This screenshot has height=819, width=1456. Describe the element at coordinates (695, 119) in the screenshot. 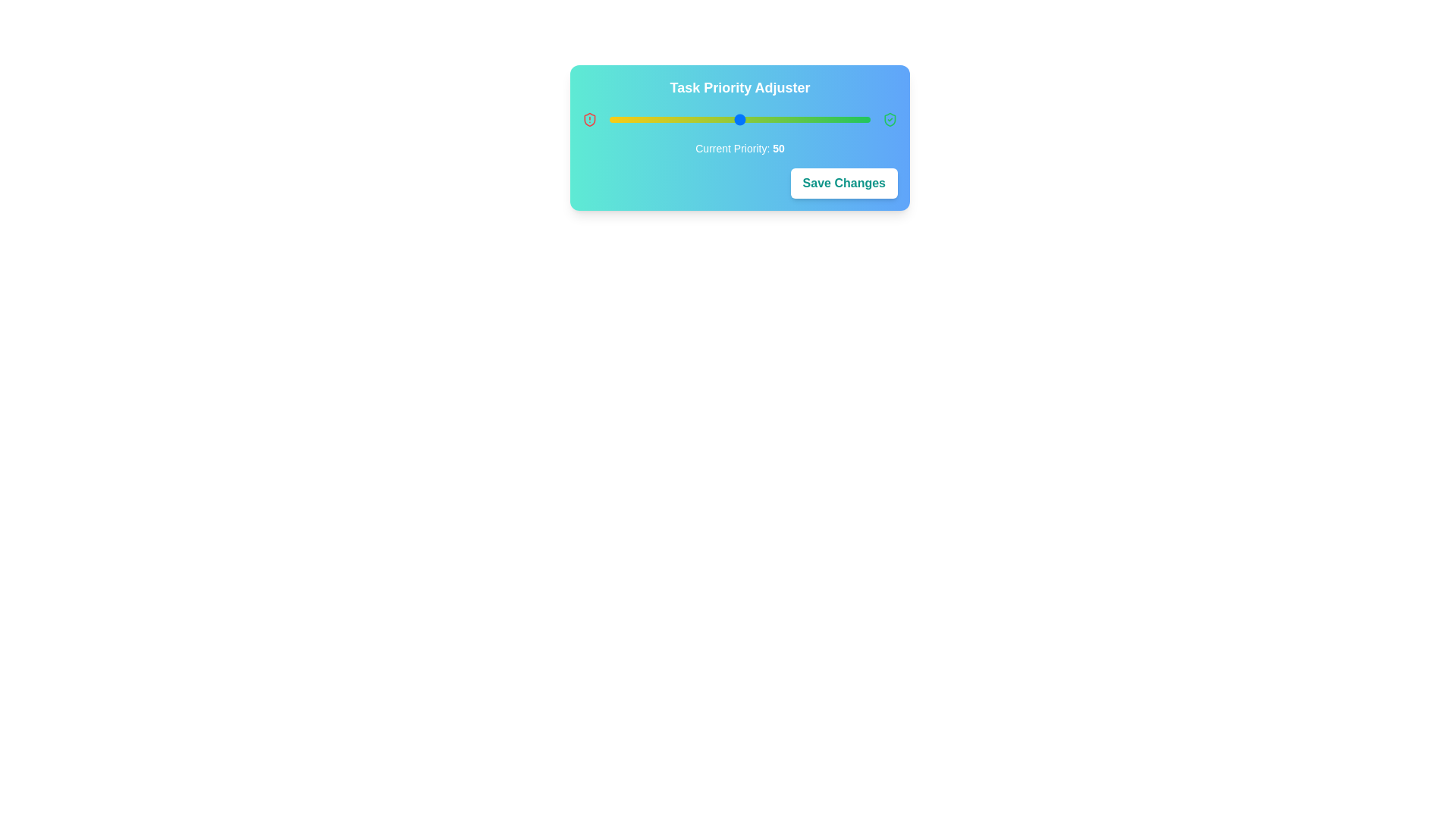

I see `the priority slider to 33 by clicking on the slider track` at that location.